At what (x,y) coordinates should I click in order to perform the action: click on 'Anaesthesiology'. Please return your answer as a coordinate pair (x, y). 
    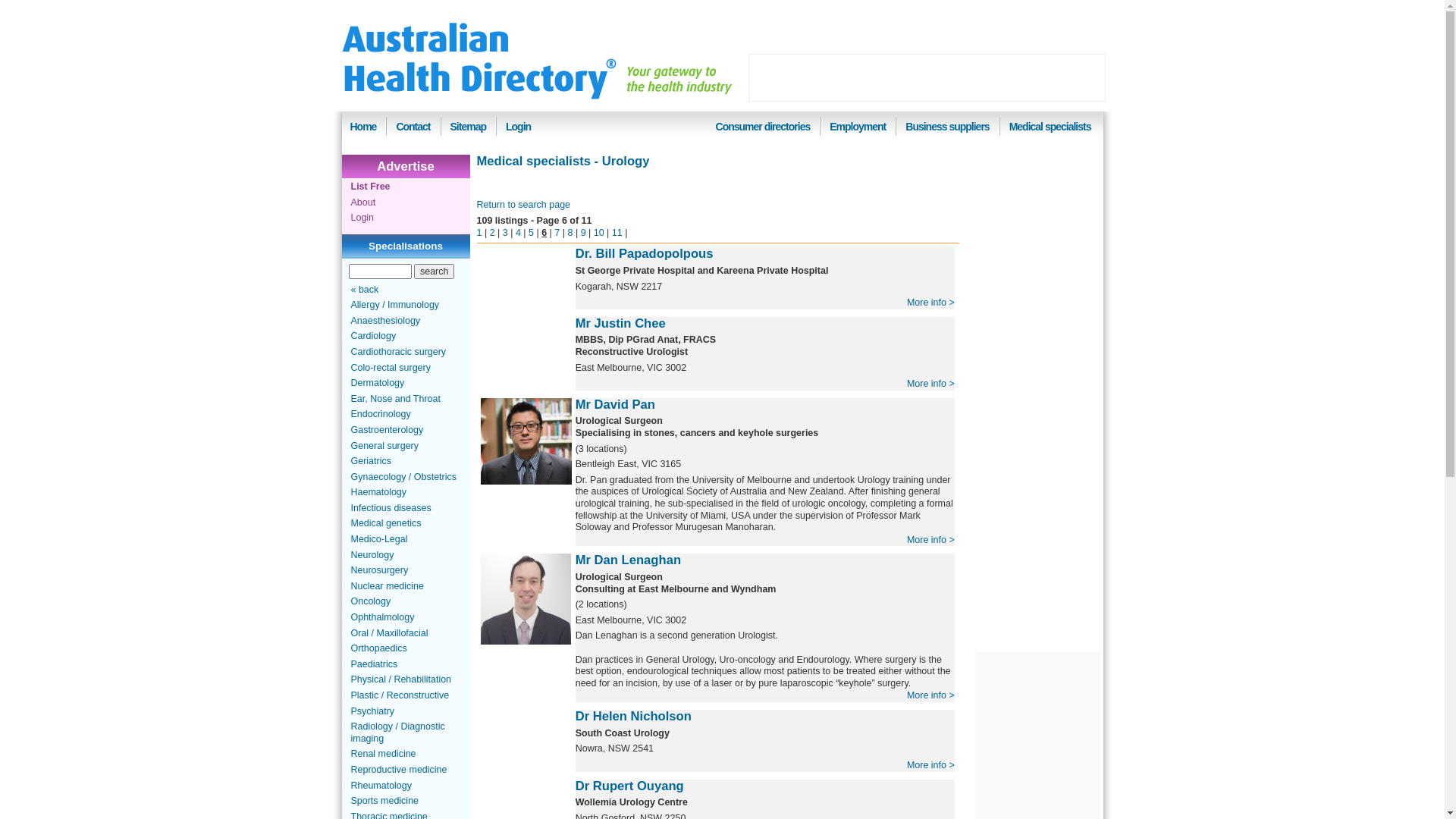
    Looking at the image, I should click on (385, 320).